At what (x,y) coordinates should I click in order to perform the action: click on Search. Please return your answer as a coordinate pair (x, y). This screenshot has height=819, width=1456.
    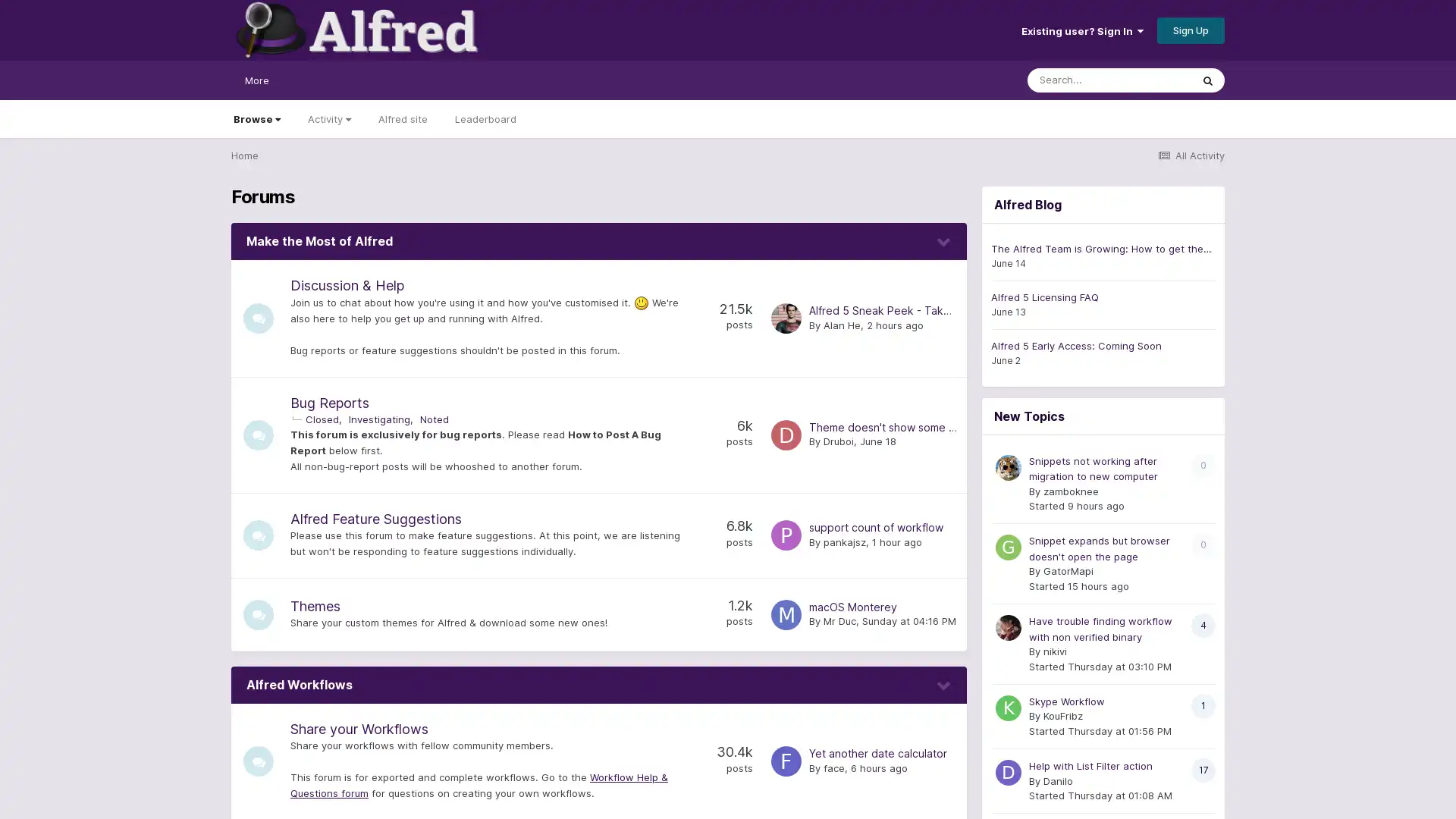
    Looking at the image, I should click on (1207, 80).